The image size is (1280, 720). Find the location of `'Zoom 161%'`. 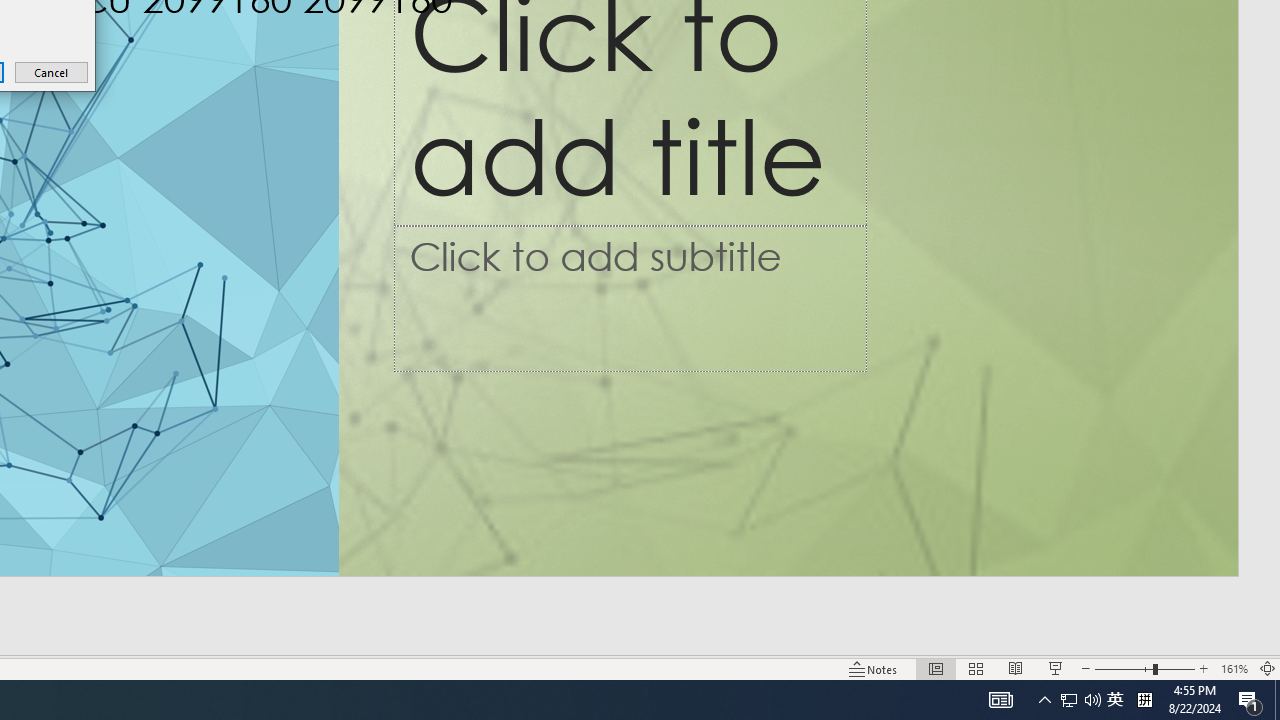

'Zoom 161%' is located at coordinates (1233, 669).